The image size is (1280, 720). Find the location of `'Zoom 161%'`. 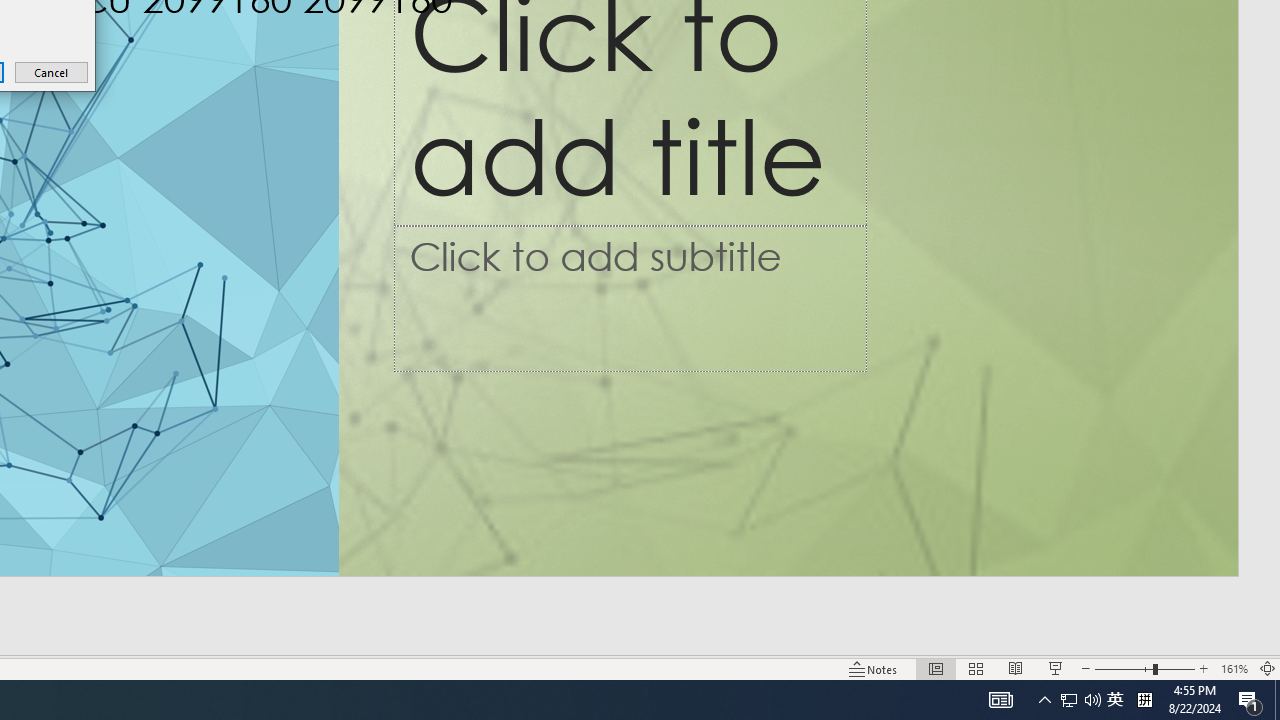

'Zoom 161%' is located at coordinates (1233, 669).